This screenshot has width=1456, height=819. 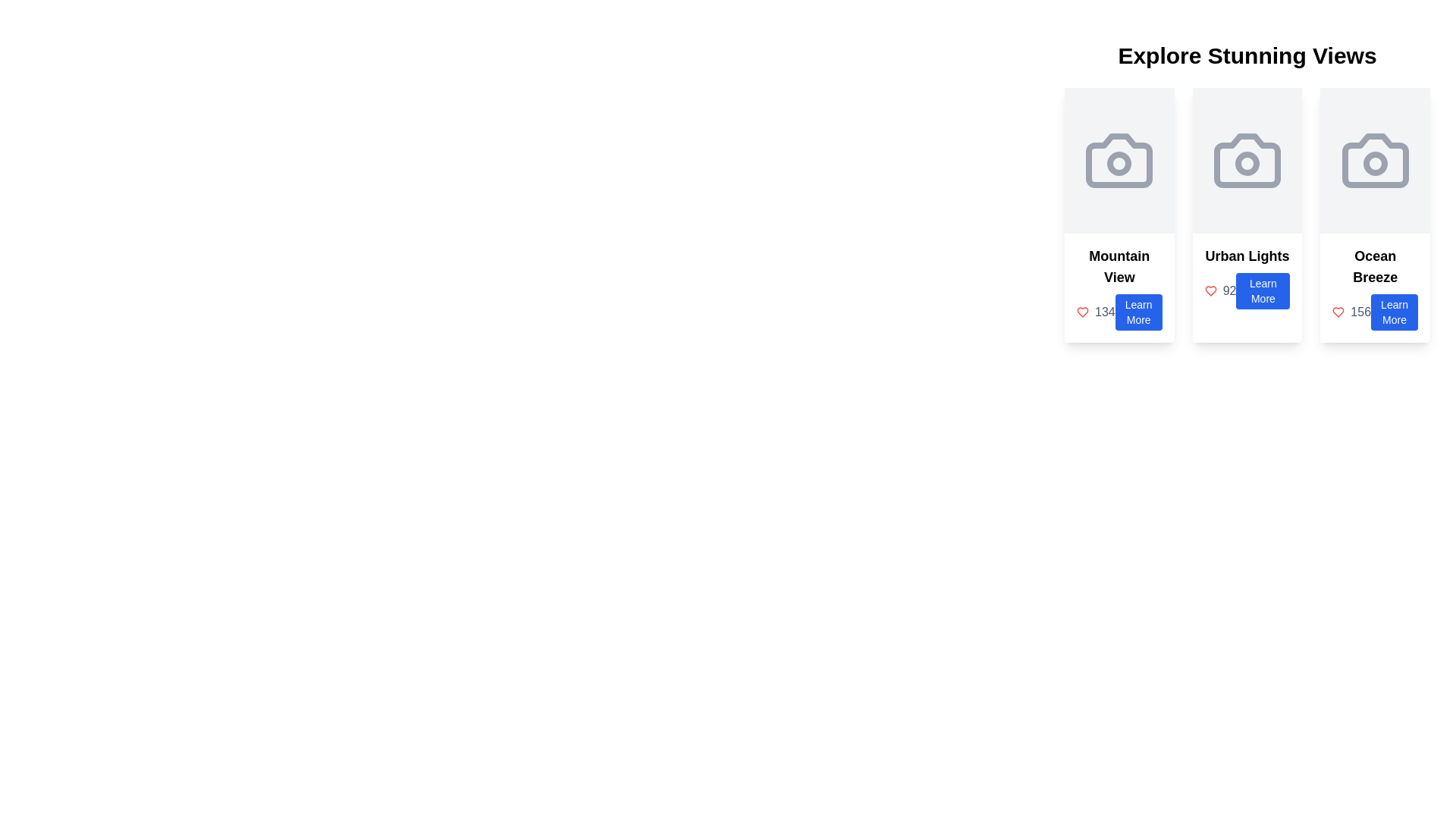 What do you see at coordinates (1247, 215) in the screenshot?
I see `the 'Urban Lights' informational card, which presents the number 92 and a blue 'Learn More' button, located in the second position of a row of three cards` at bounding box center [1247, 215].